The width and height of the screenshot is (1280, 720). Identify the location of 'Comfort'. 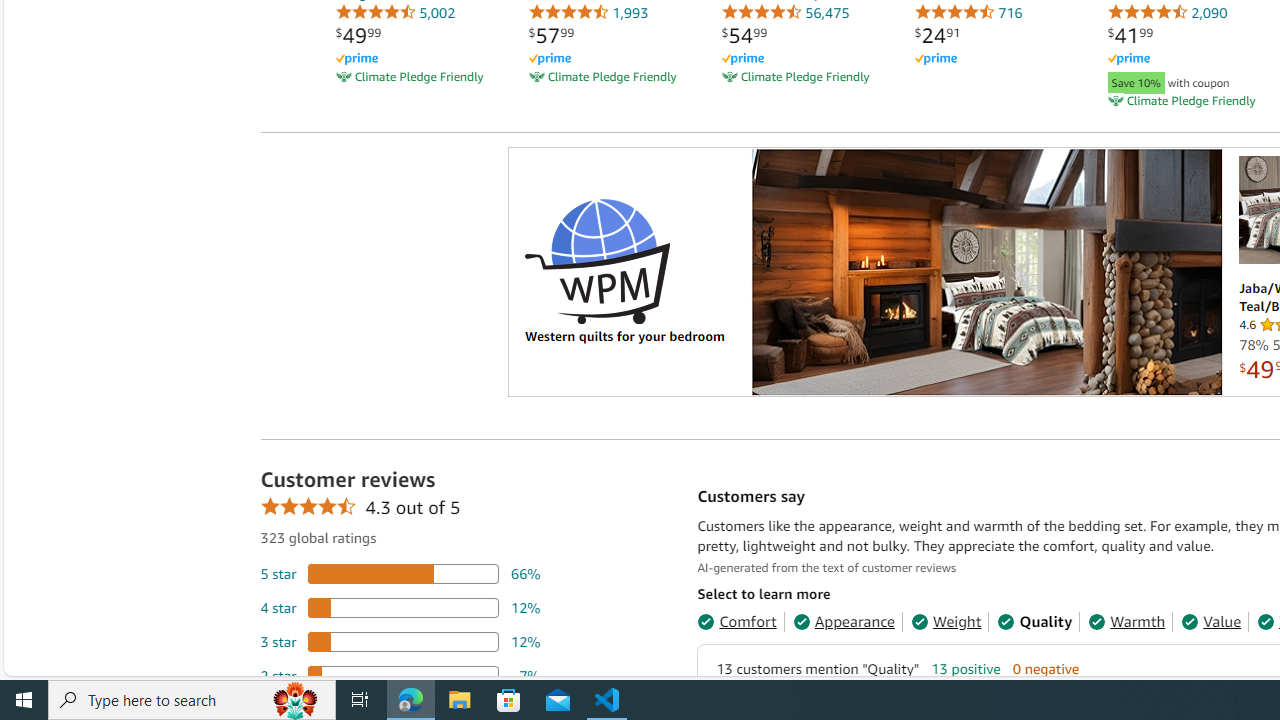
(736, 620).